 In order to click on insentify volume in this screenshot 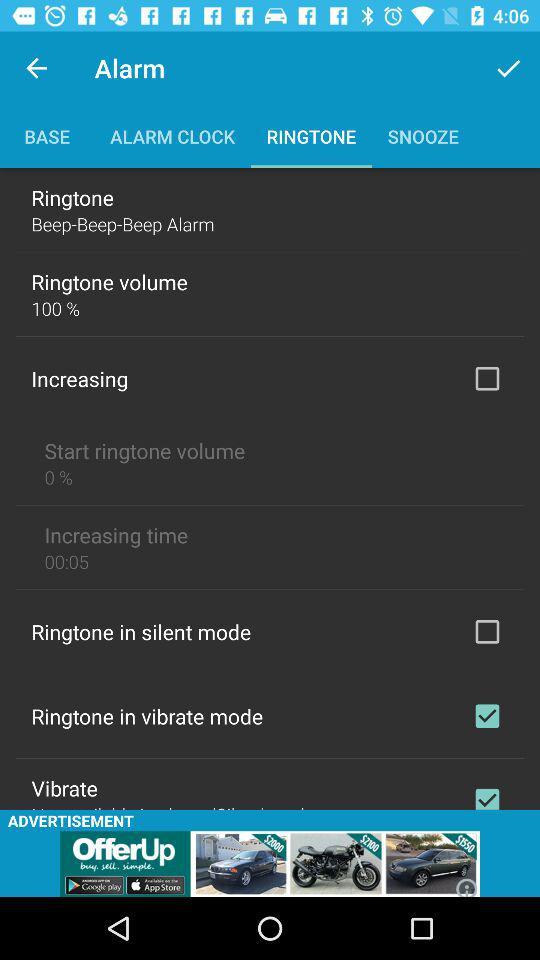, I will do `click(486, 377)`.